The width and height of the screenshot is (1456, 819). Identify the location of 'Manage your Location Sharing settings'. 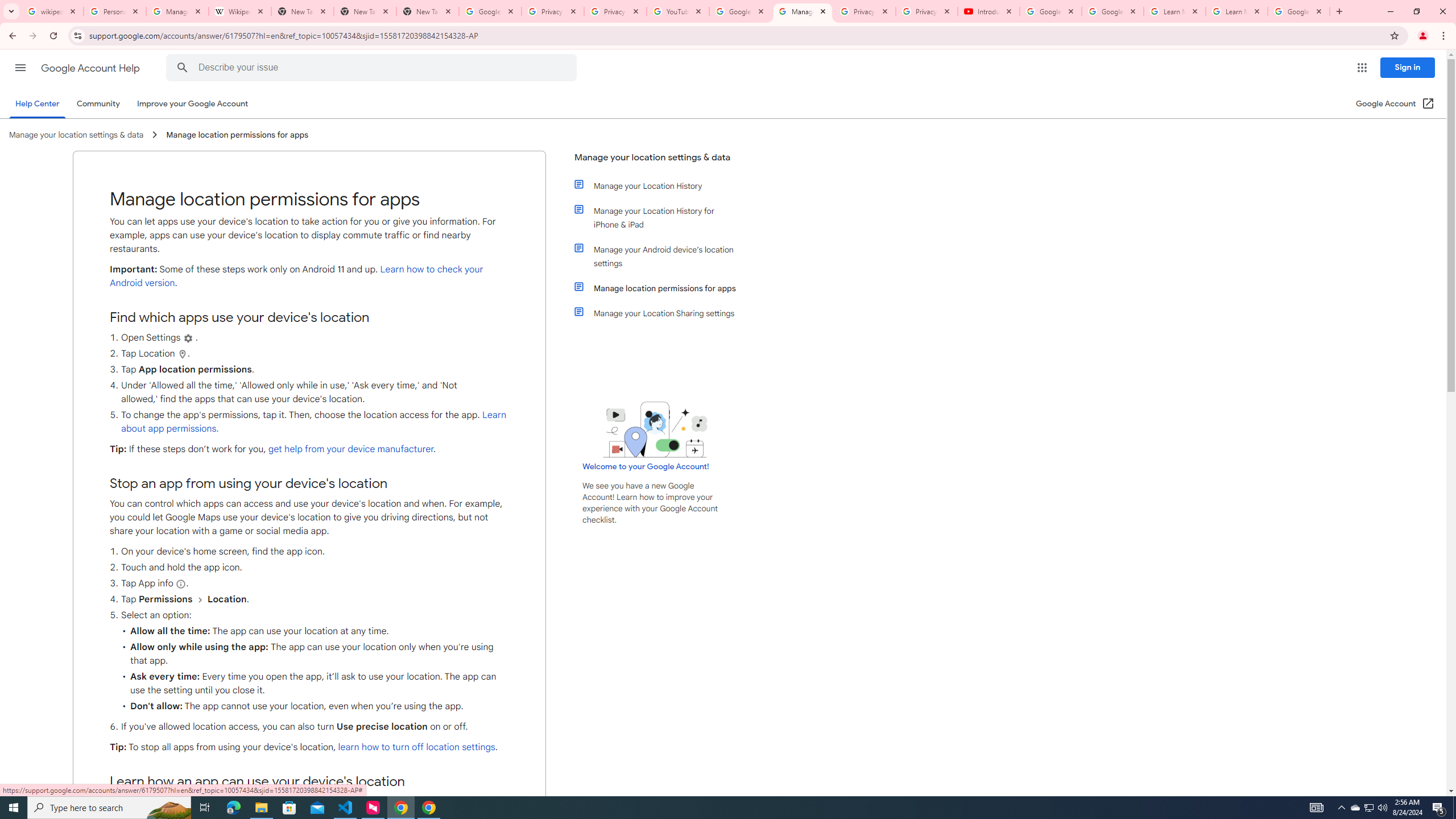
(661, 312).